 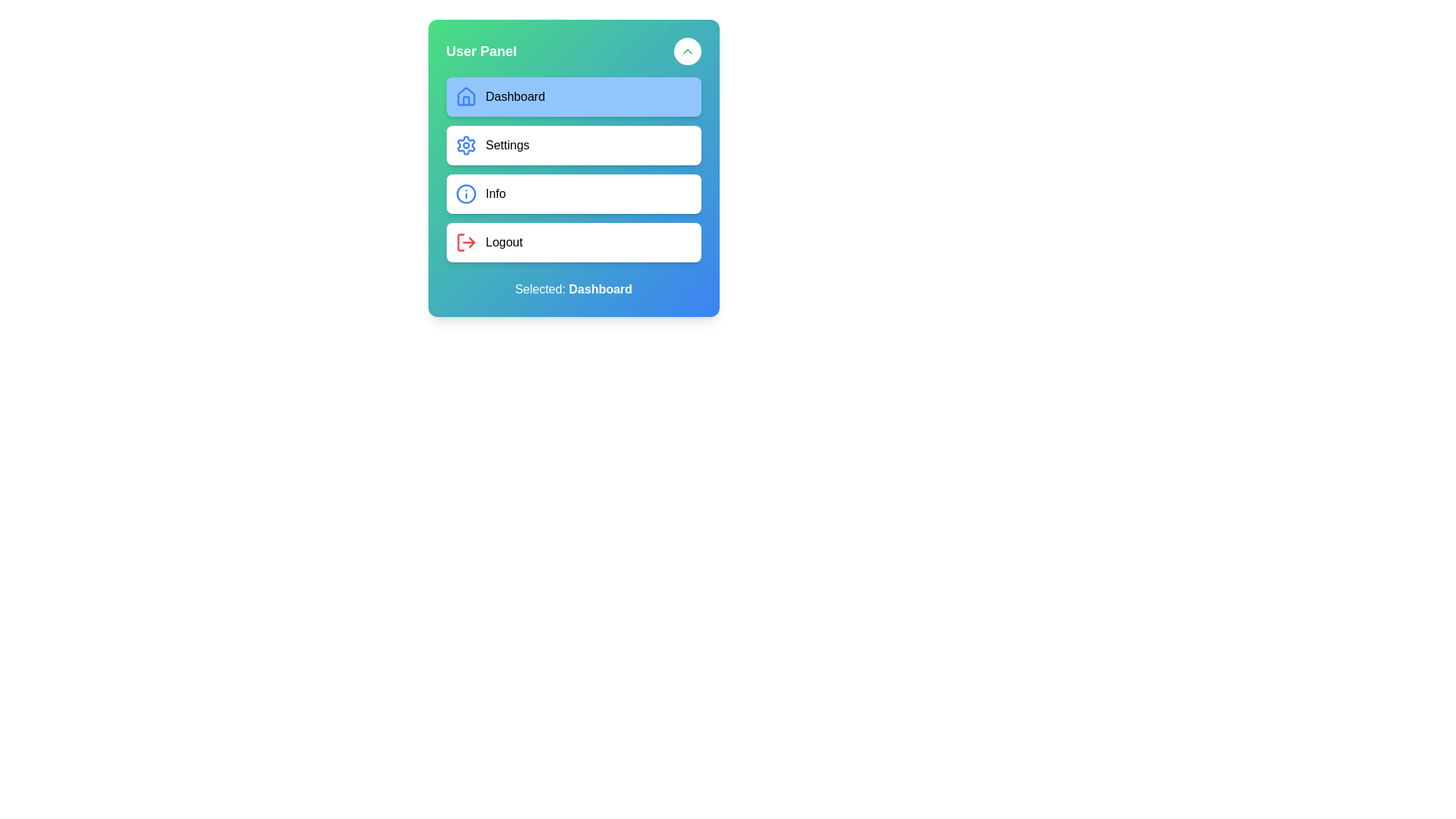 I want to click on the 'Logout' button, which is a rectangular button with rounded corners, a white background, a shadow effect, and contains a red logout icon on the left with the text 'Logout' aligned to the right, so click(x=573, y=242).